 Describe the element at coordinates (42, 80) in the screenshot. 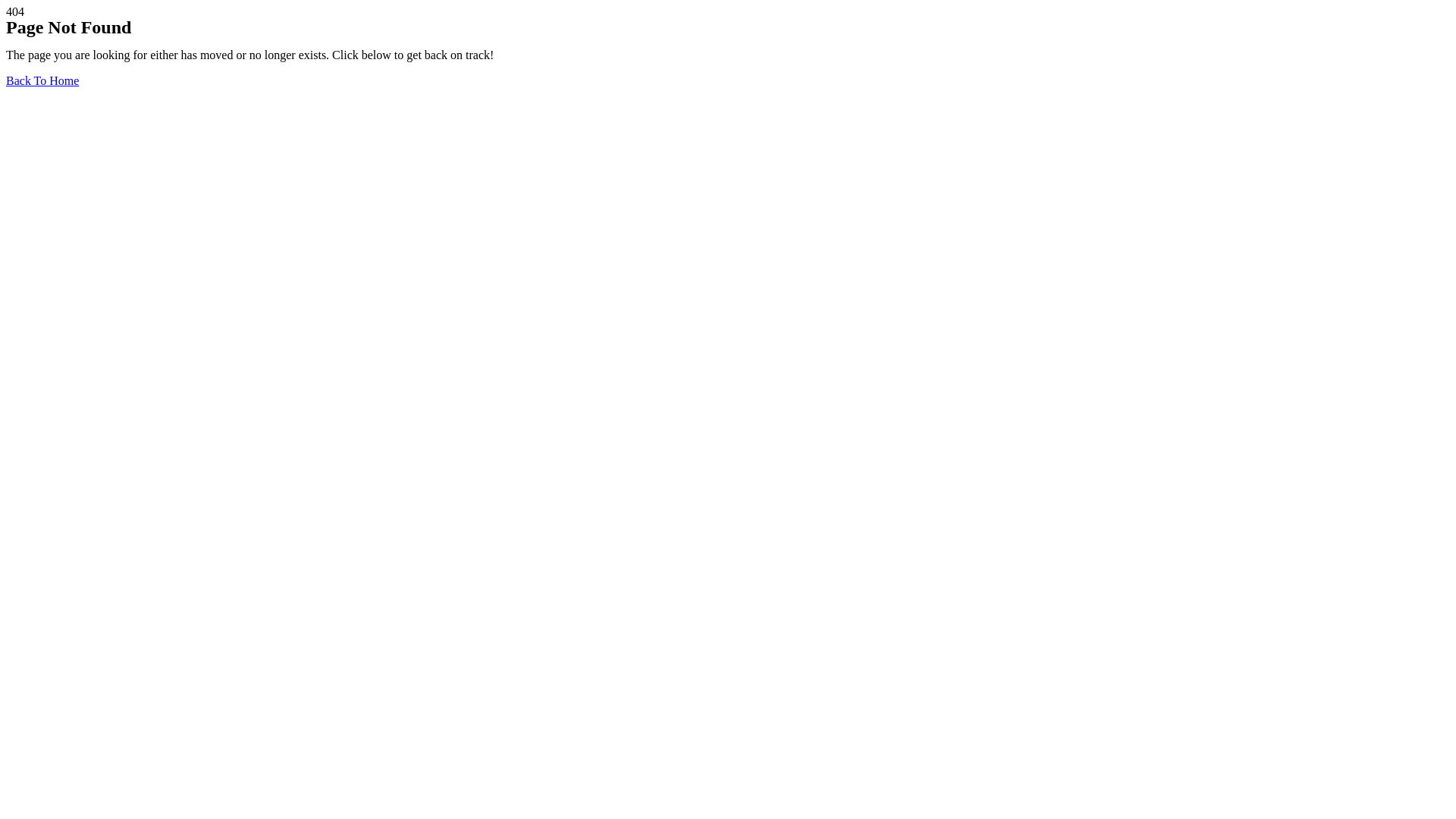

I see `'Back To Home'` at that location.